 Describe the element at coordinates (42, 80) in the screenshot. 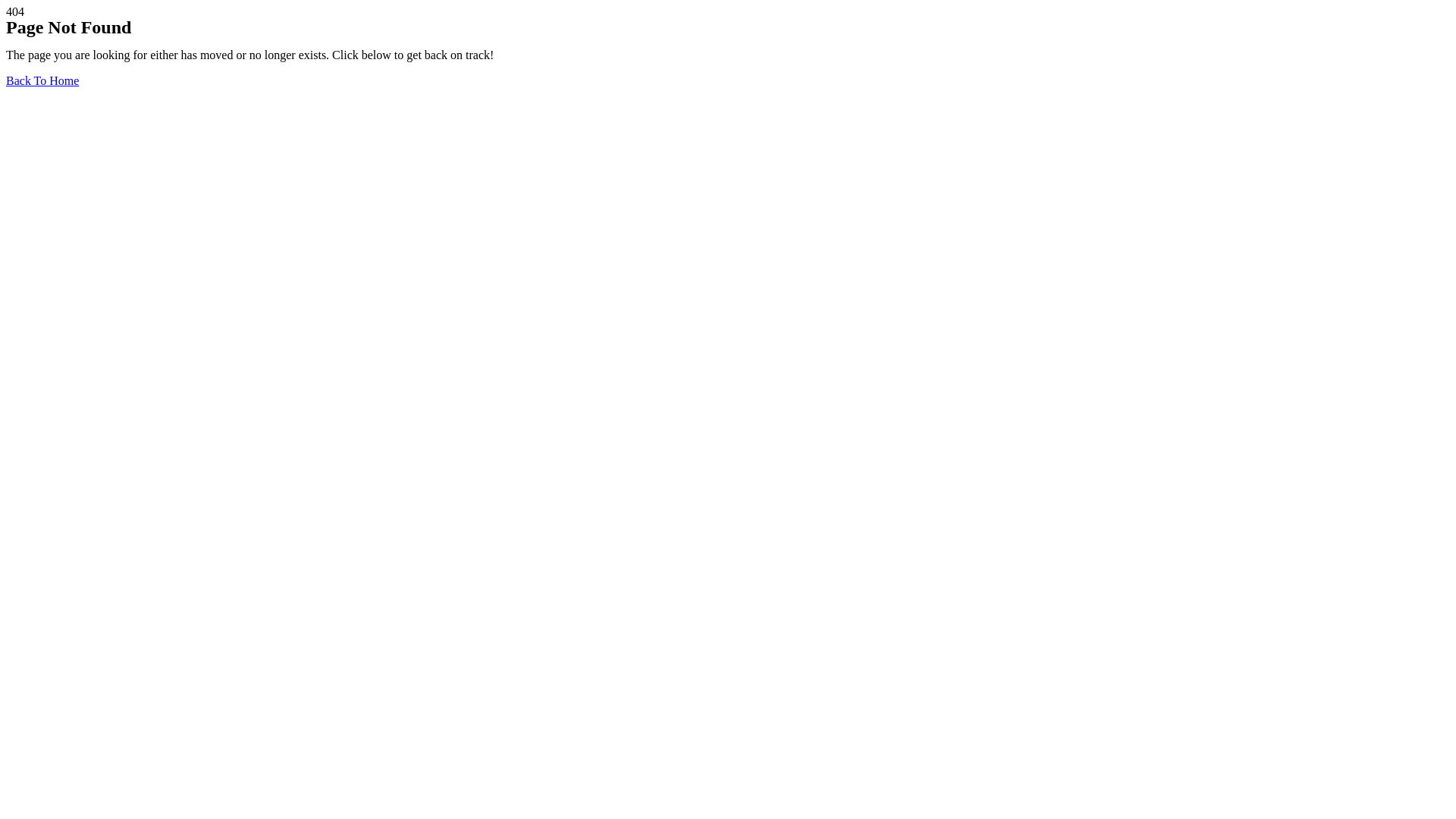

I see `'Back To Home'` at that location.